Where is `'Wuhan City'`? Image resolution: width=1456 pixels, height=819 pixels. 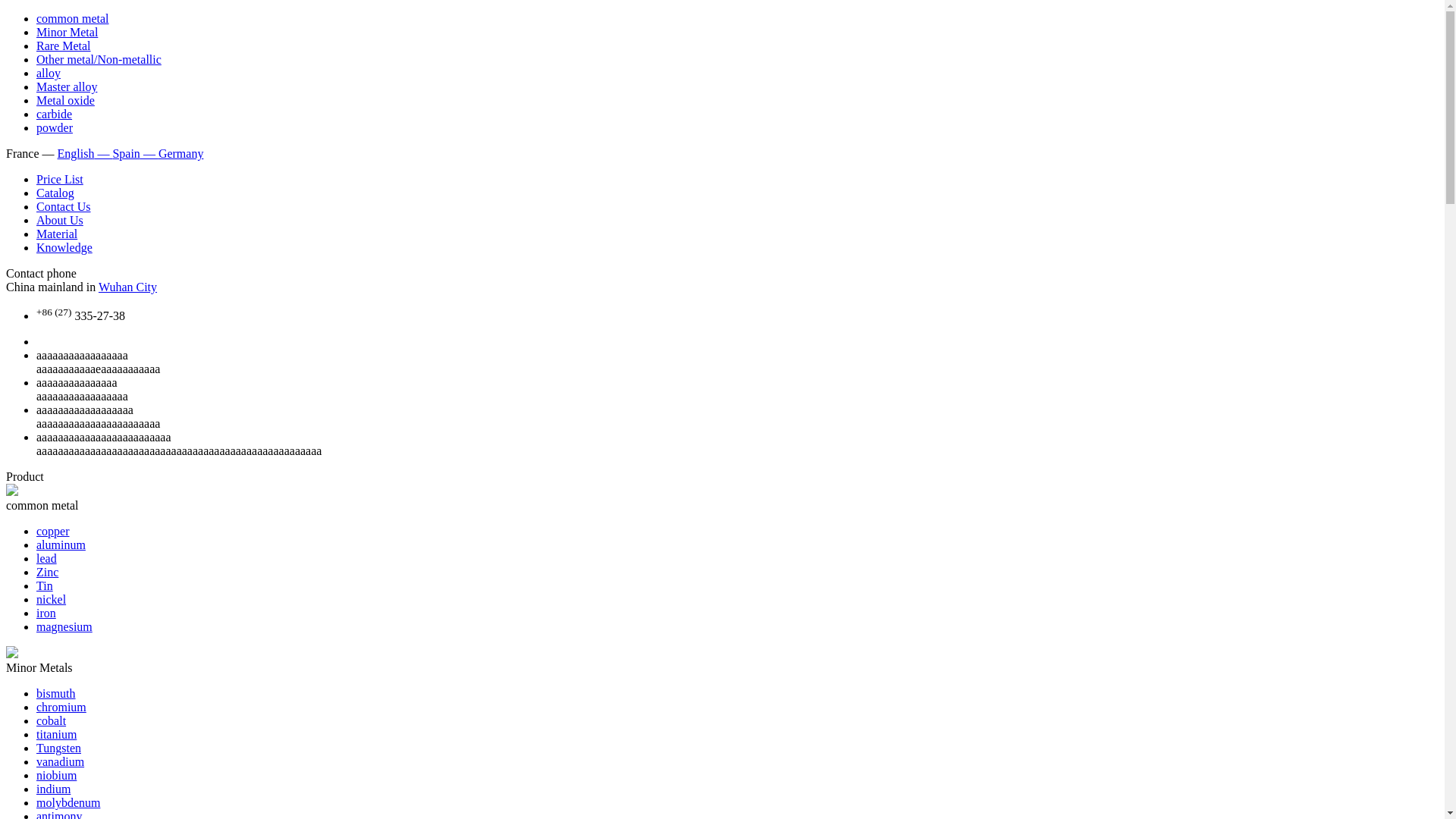 'Wuhan City' is located at coordinates (127, 287).